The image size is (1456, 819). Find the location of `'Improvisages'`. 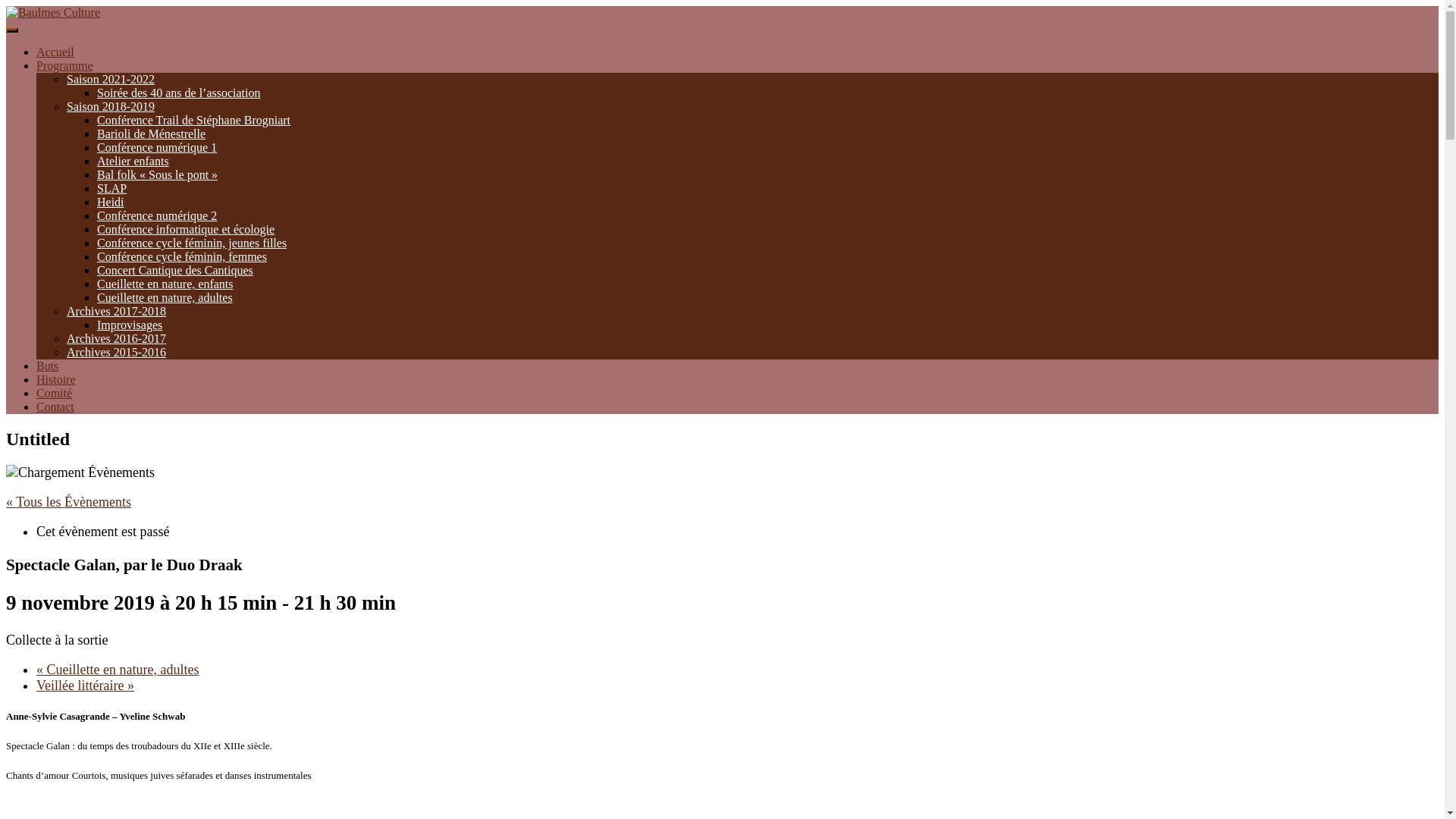

'Improvisages' is located at coordinates (130, 324).